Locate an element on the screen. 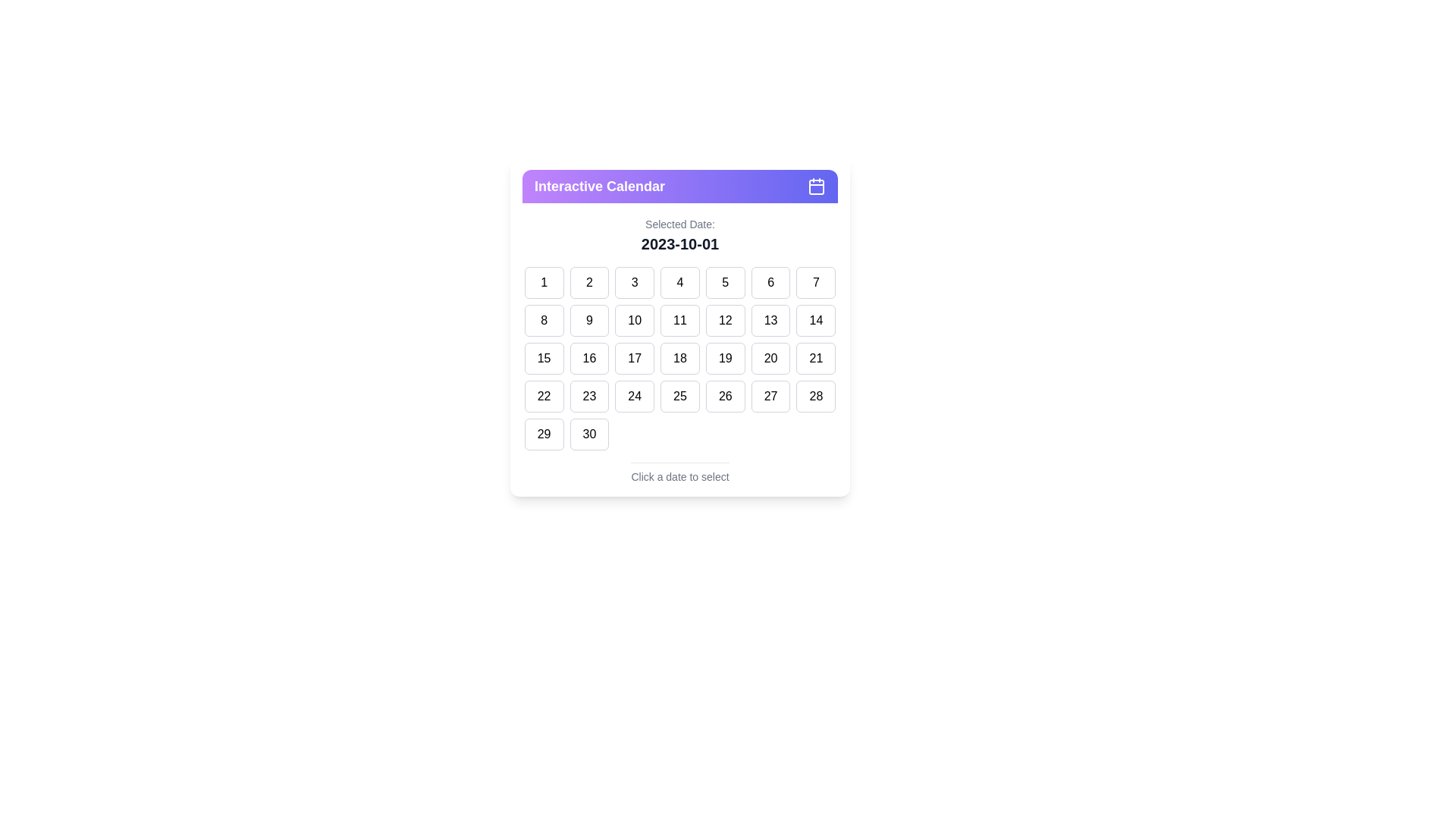 Image resolution: width=1456 pixels, height=819 pixels. the button representing the selectable date '29' in the interactive calendar interface is located at coordinates (544, 435).